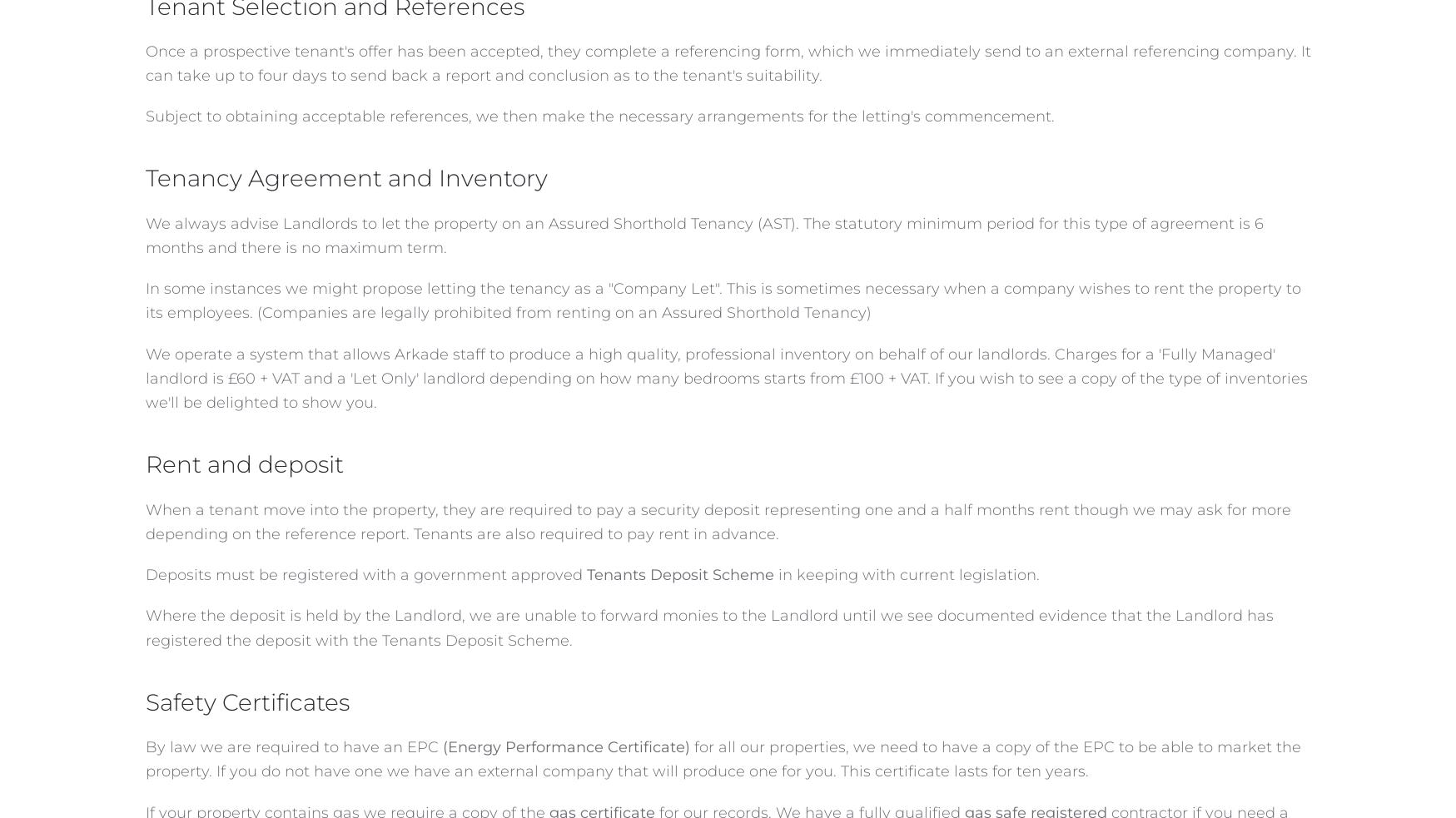 The width and height of the screenshot is (1456, 818). Describe the element at coordinates (242, 464) in the screenshot. I see `'Rent and deposit'` at that location.